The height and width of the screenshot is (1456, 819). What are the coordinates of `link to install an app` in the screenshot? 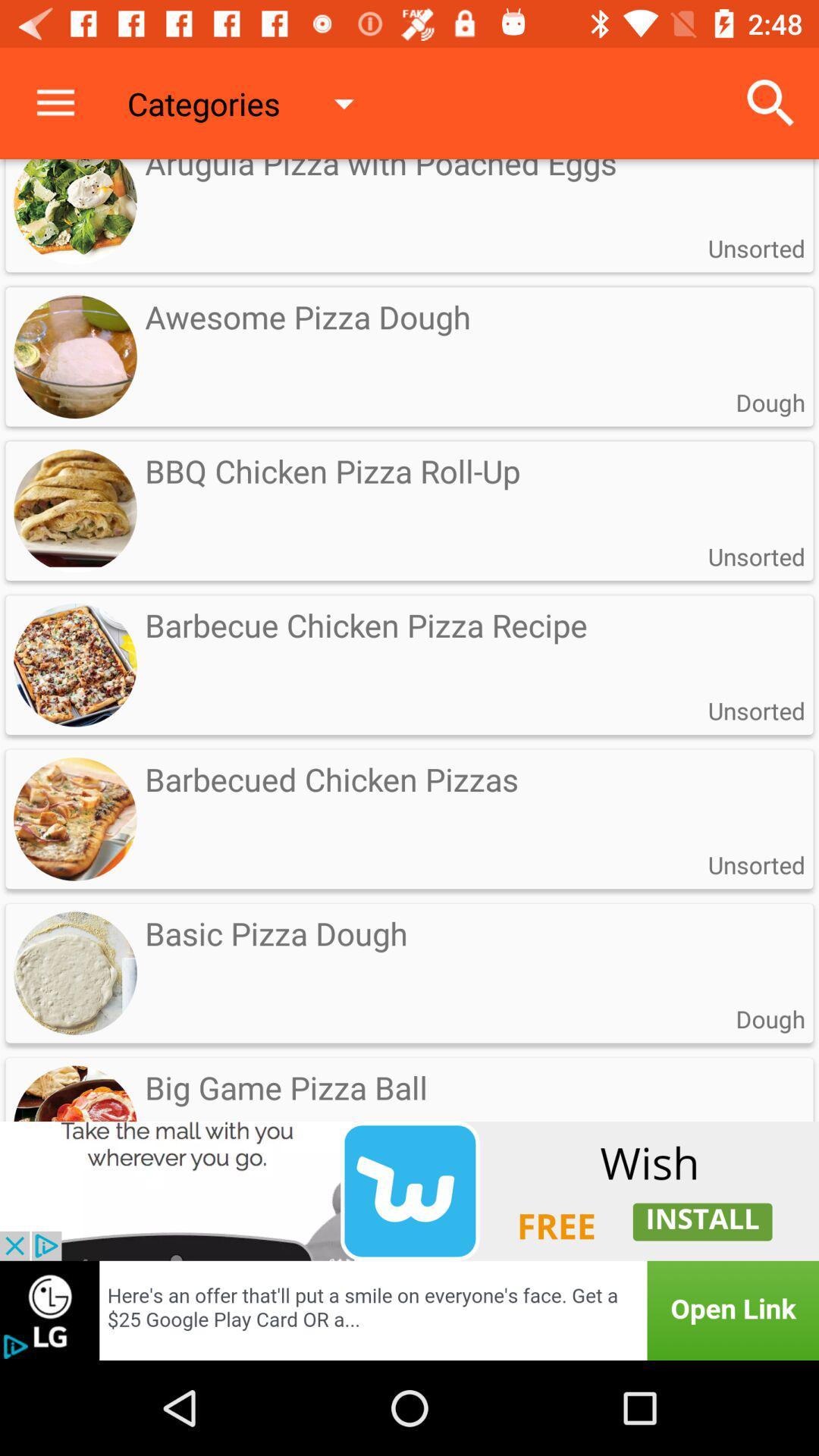 It's located at (409, 1190).